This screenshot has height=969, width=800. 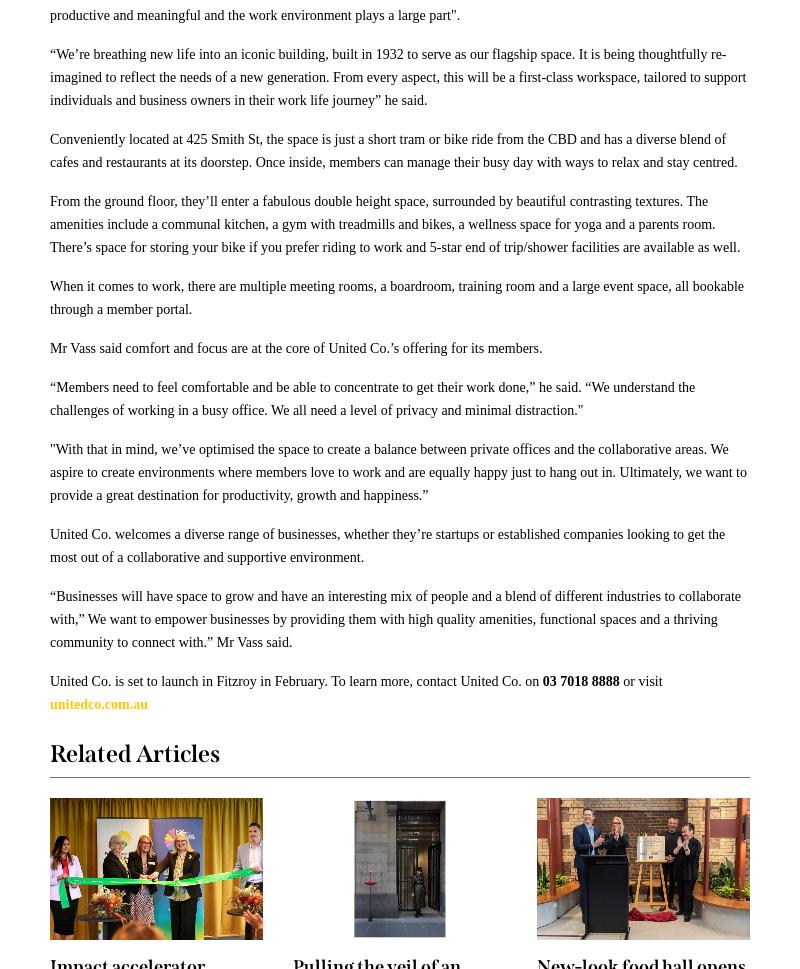 What do you see at coordinates (49, 680) in the screenshot?
I see `'United Co. is set to launch in Fitzroy in February. To learn more, contact United Co. on'` at bounding box center [49, 680].